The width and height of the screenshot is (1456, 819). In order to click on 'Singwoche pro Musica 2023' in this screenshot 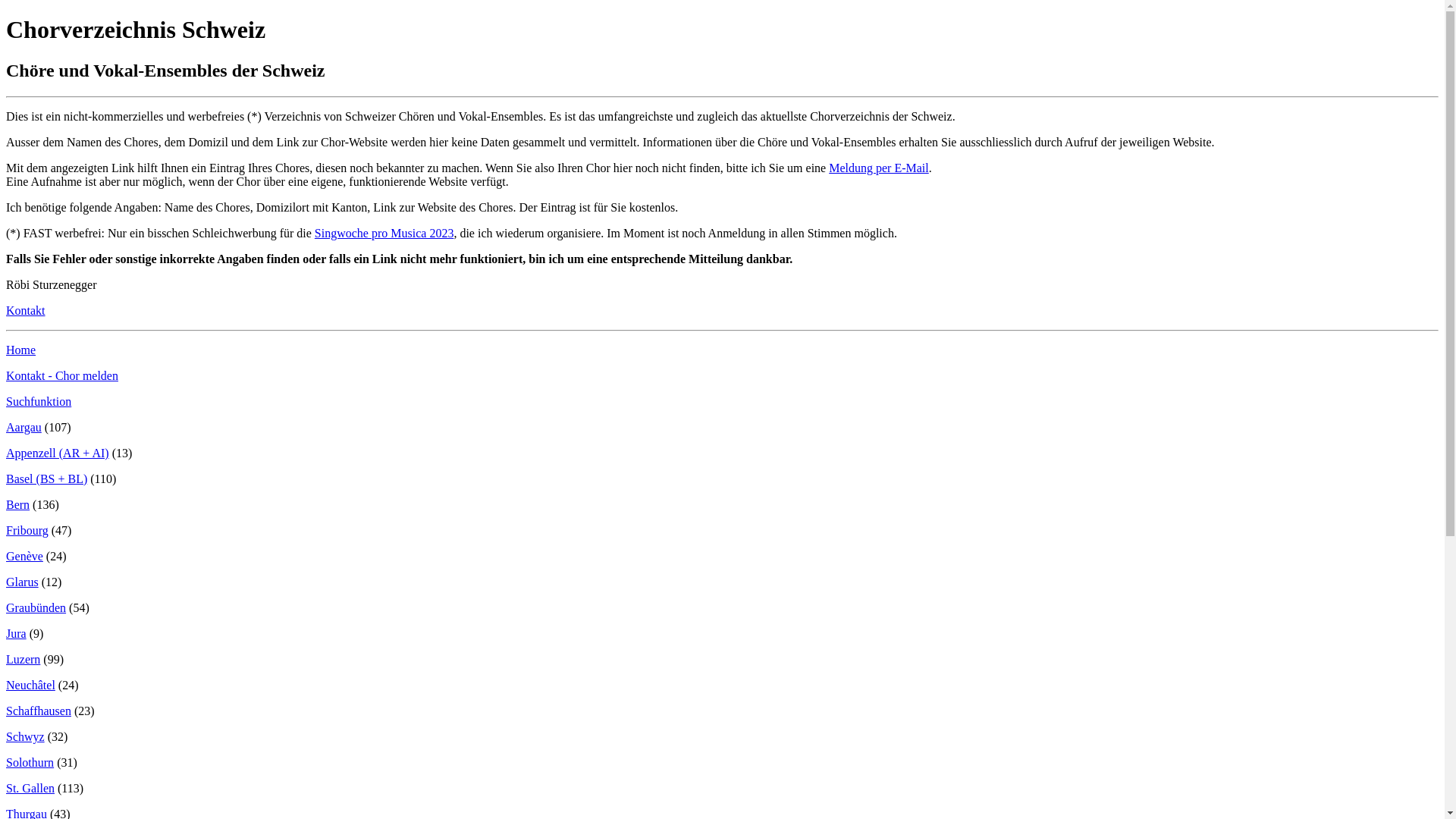, I will do `click(384, 233)`.